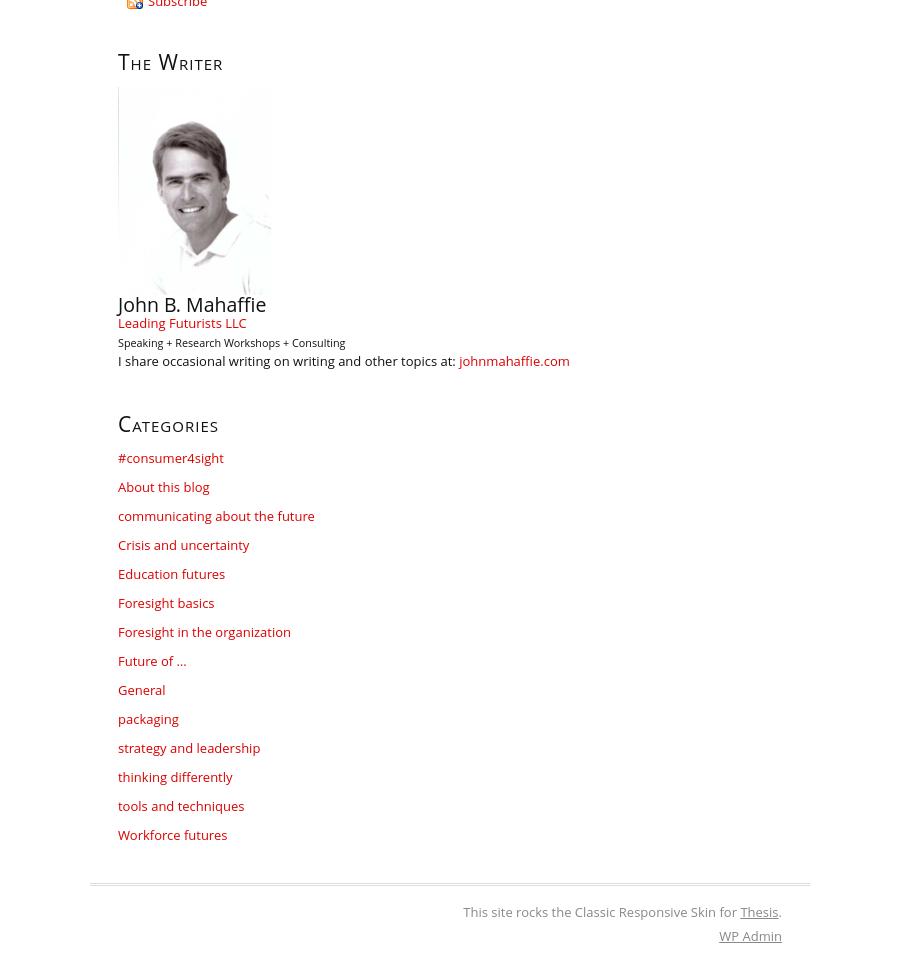  Describe the element at coordinates (728, 936) in the screenshot. I see `'WP'` at that location.